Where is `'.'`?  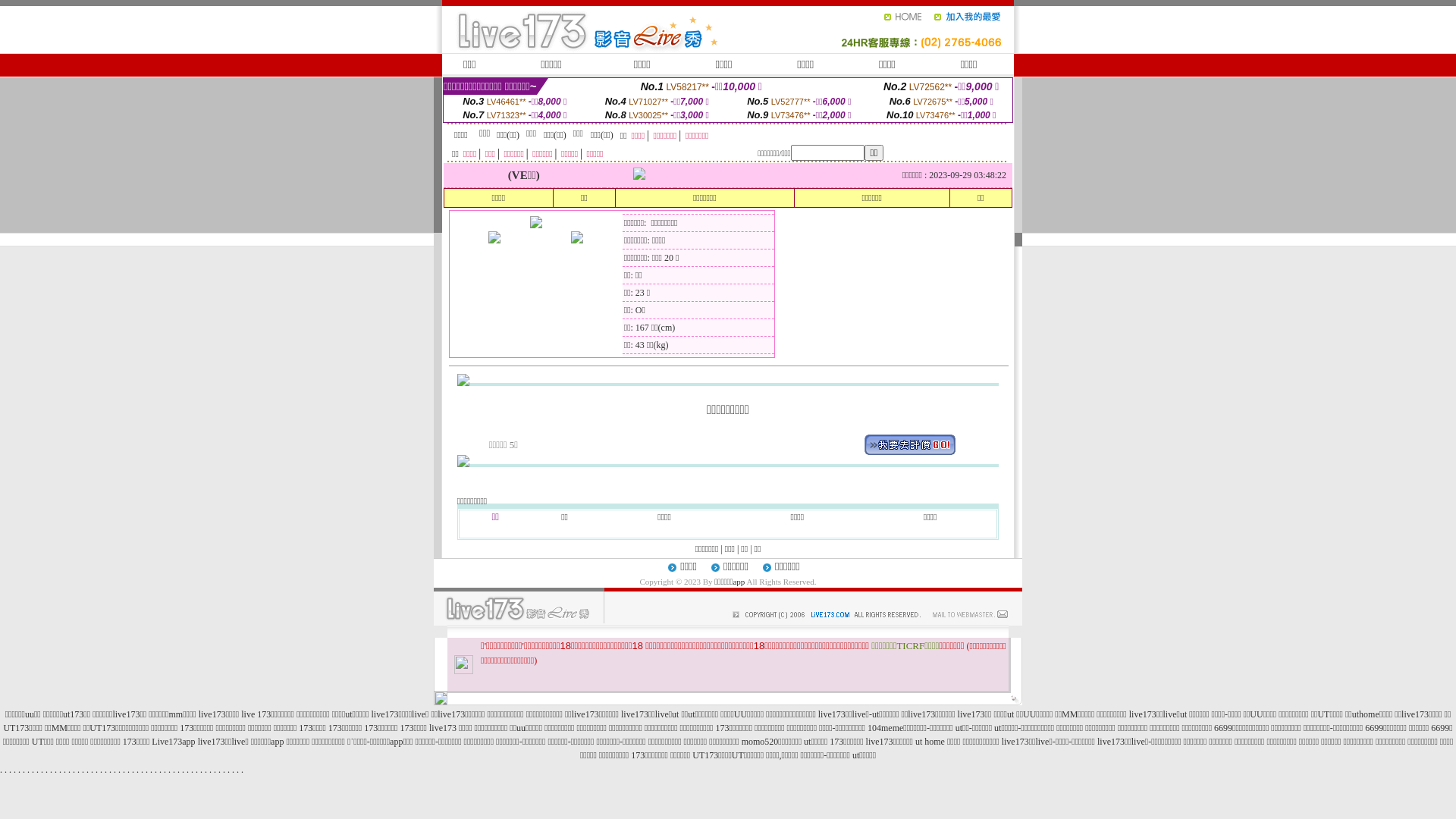
'.' is located at coordinates (114, 769).